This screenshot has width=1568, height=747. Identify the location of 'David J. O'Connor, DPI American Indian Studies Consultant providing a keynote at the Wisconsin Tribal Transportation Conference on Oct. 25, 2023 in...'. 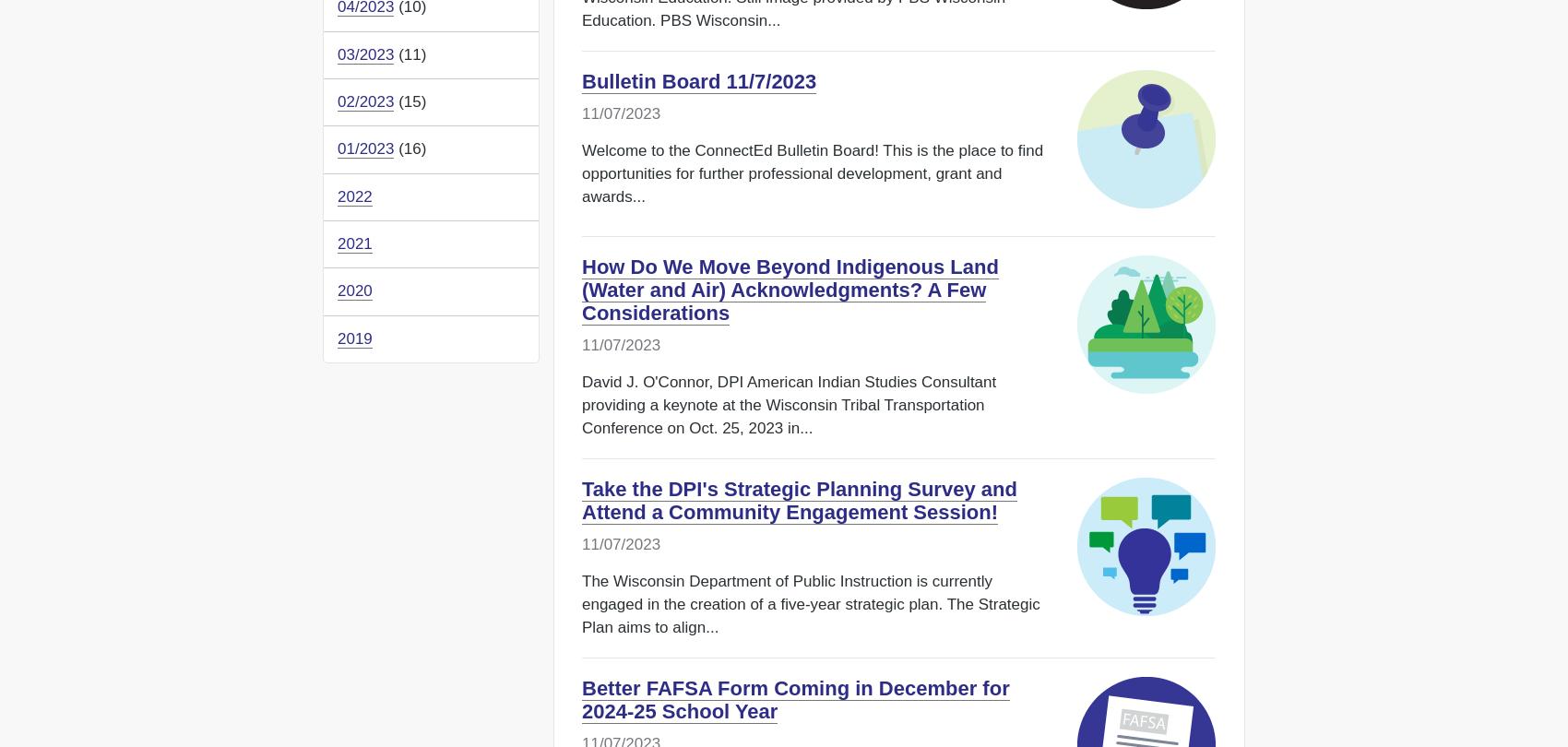
(789, 405).